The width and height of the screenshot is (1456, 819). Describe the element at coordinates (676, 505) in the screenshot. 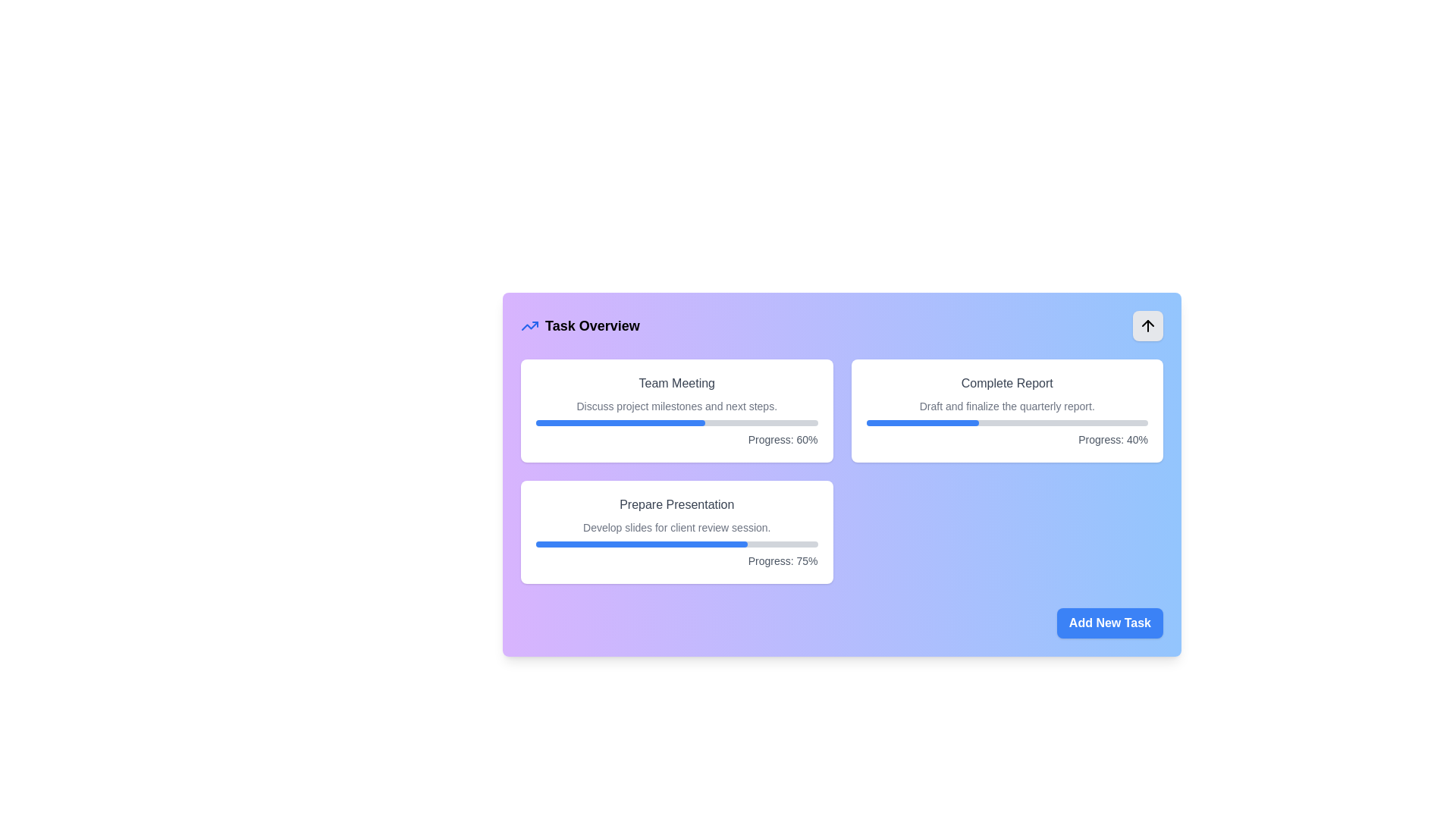

I see `the text label that serves as the title of the task card, which provides a concise summary of the task's objective, located at the top-left side of the card` at that location.